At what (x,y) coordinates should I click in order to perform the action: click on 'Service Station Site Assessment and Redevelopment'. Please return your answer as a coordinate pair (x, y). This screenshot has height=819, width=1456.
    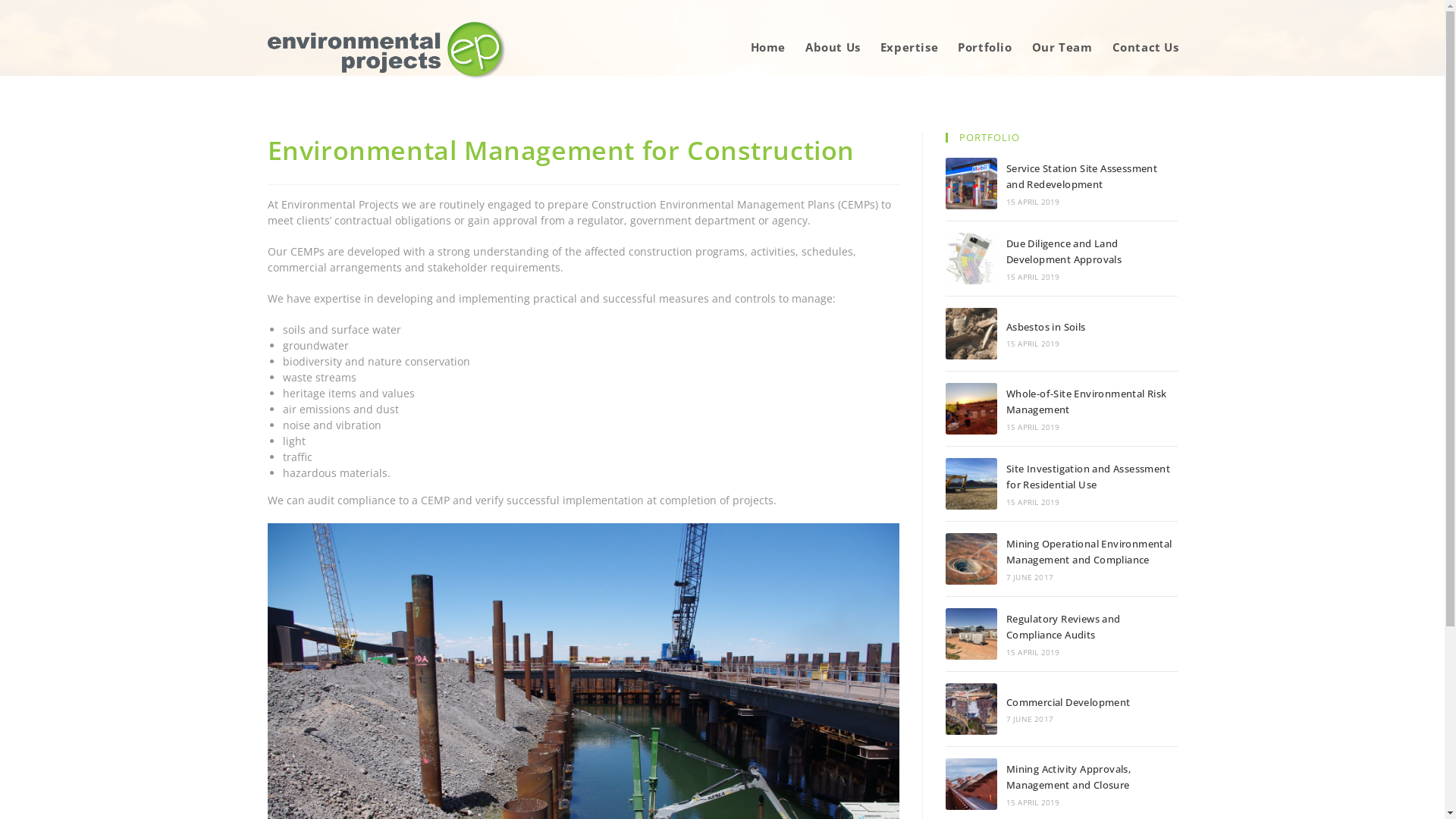
    Looking at the image, I should click on (971, 183).